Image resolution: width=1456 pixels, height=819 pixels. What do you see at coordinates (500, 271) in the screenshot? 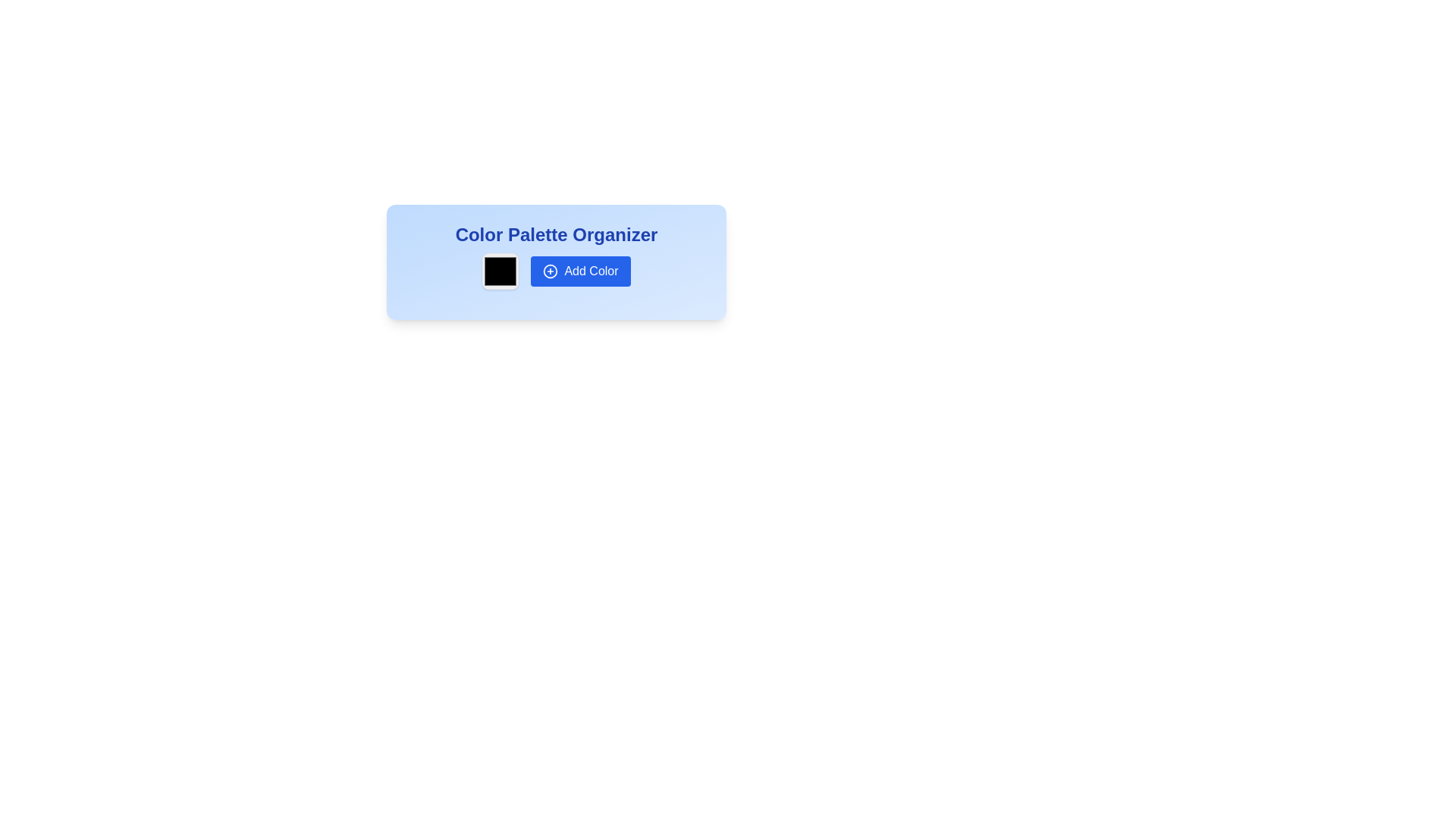
I see `the first color swatch, which is a small square block with a black fill and a light grey outline` at bounding box center [500, 271].